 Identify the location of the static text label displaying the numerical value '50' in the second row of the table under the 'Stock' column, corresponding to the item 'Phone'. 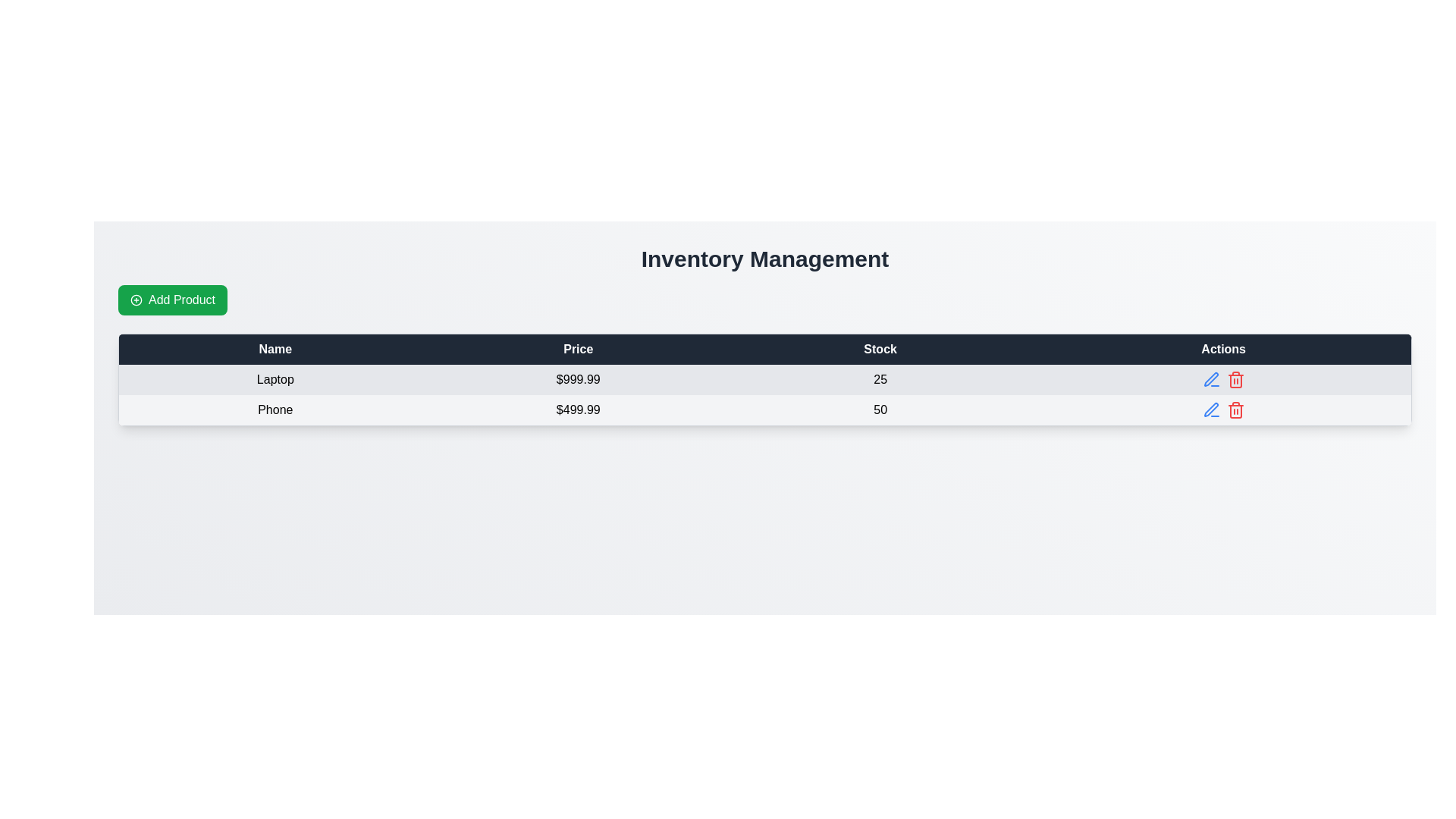
(880, 410).